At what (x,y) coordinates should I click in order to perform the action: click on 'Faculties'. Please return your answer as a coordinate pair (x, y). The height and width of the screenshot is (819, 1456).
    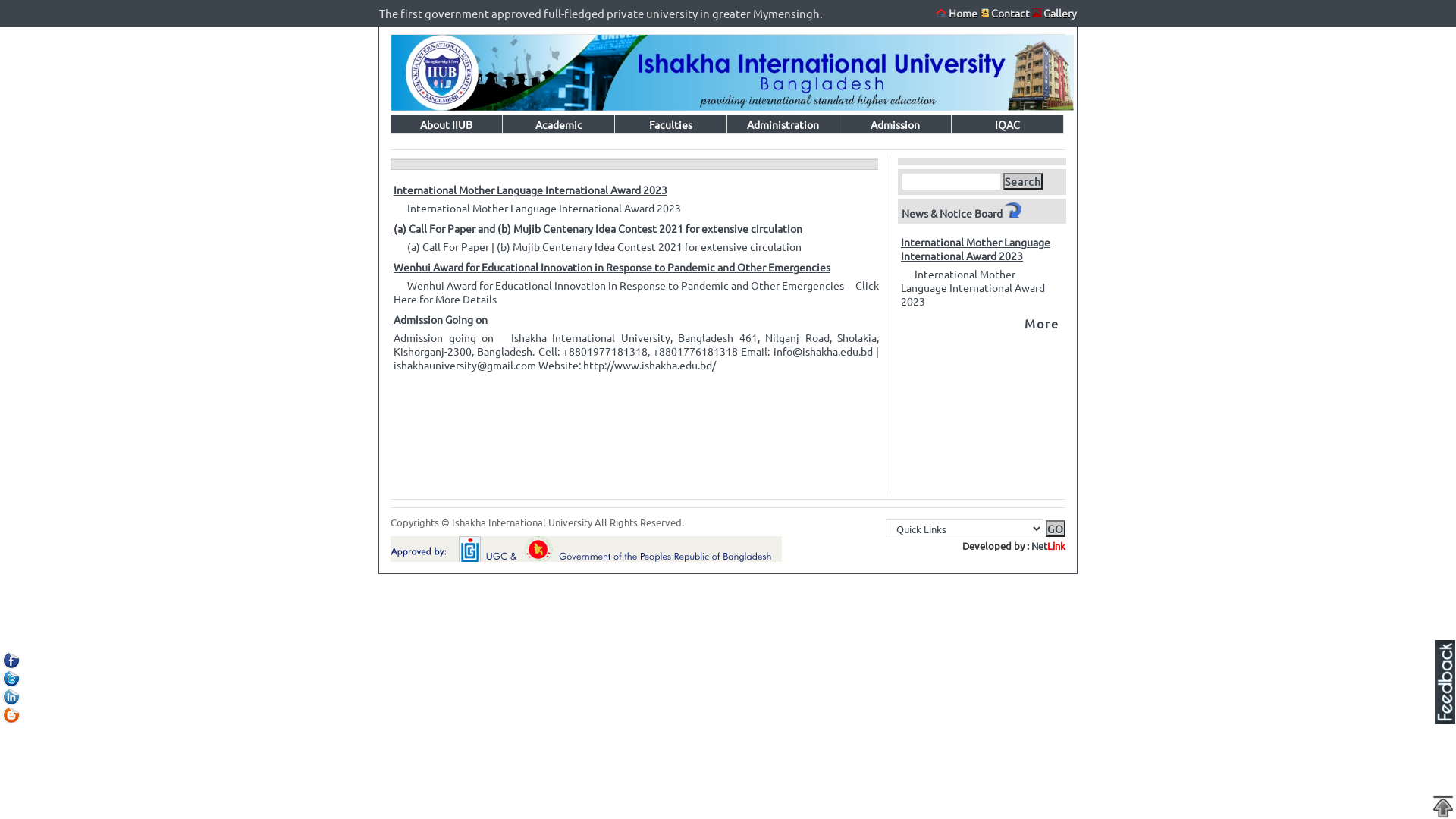
    Looking at the image, I should click on (670, 124).